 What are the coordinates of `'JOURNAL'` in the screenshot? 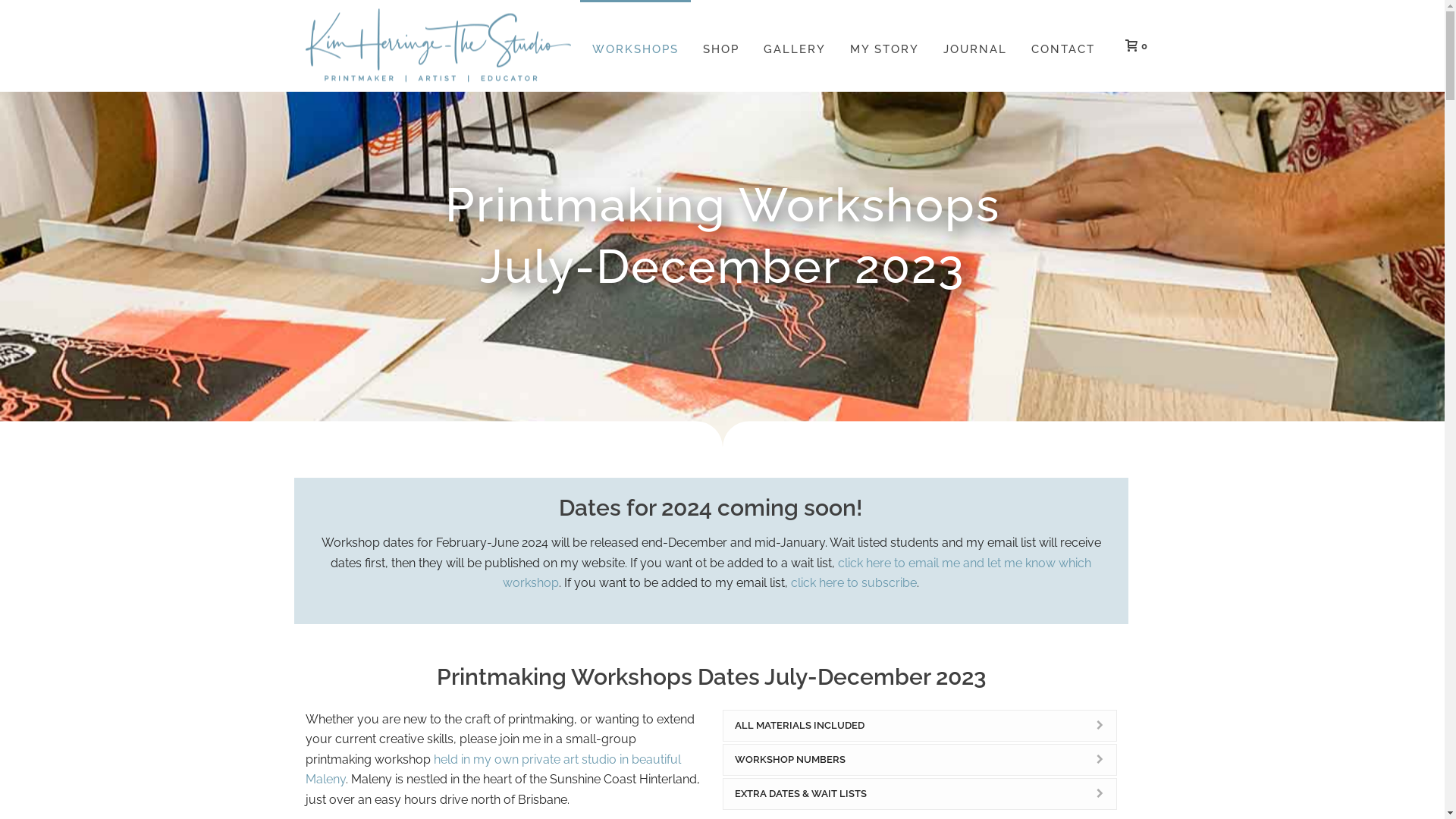 It's located at (975, 45).